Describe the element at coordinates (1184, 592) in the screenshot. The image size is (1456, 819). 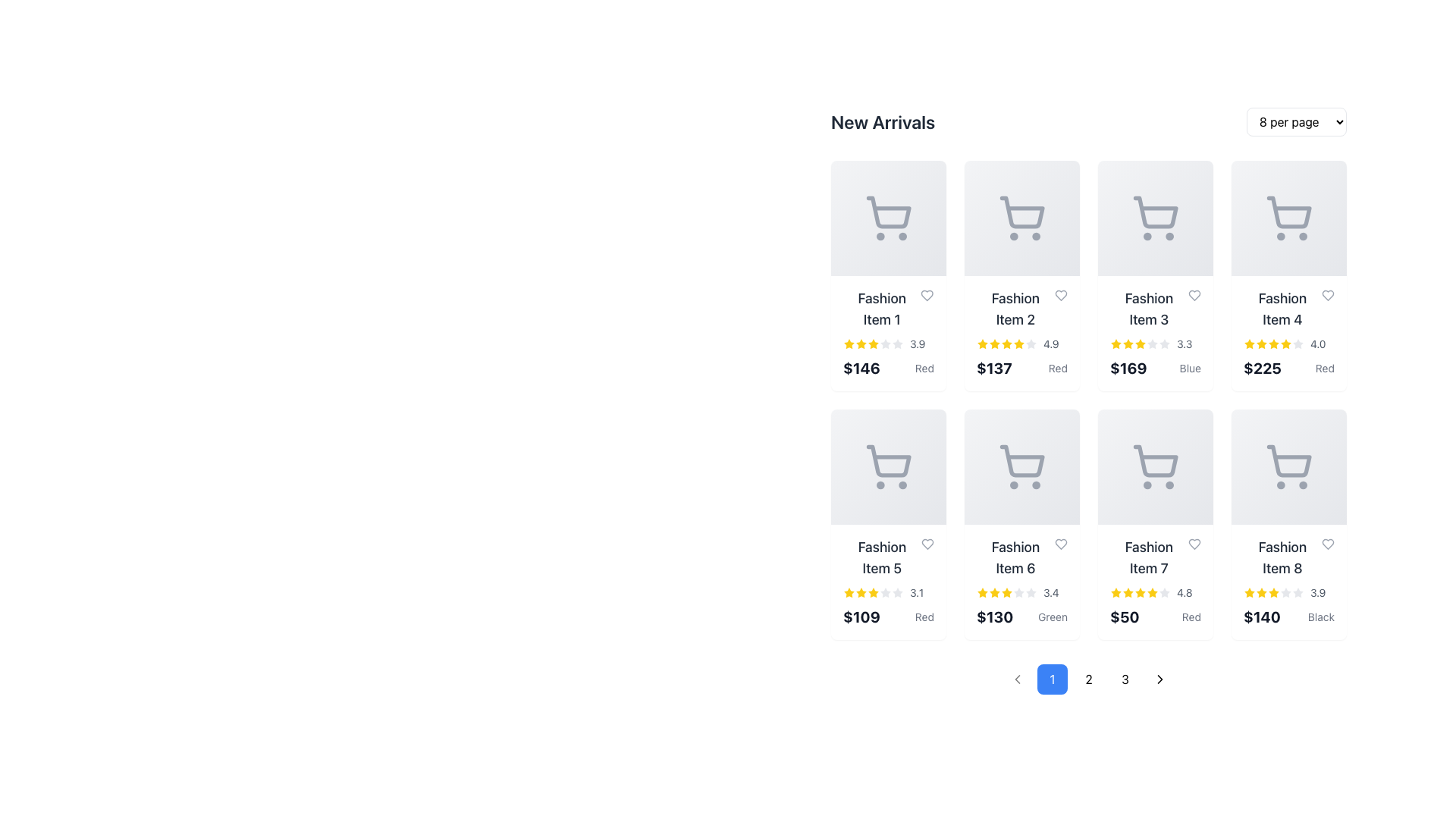
I see `the numerical rating display showing '4.8' in gray font, located in the bottom-right corner of the card for 'Fashion Item 7'` at that location.